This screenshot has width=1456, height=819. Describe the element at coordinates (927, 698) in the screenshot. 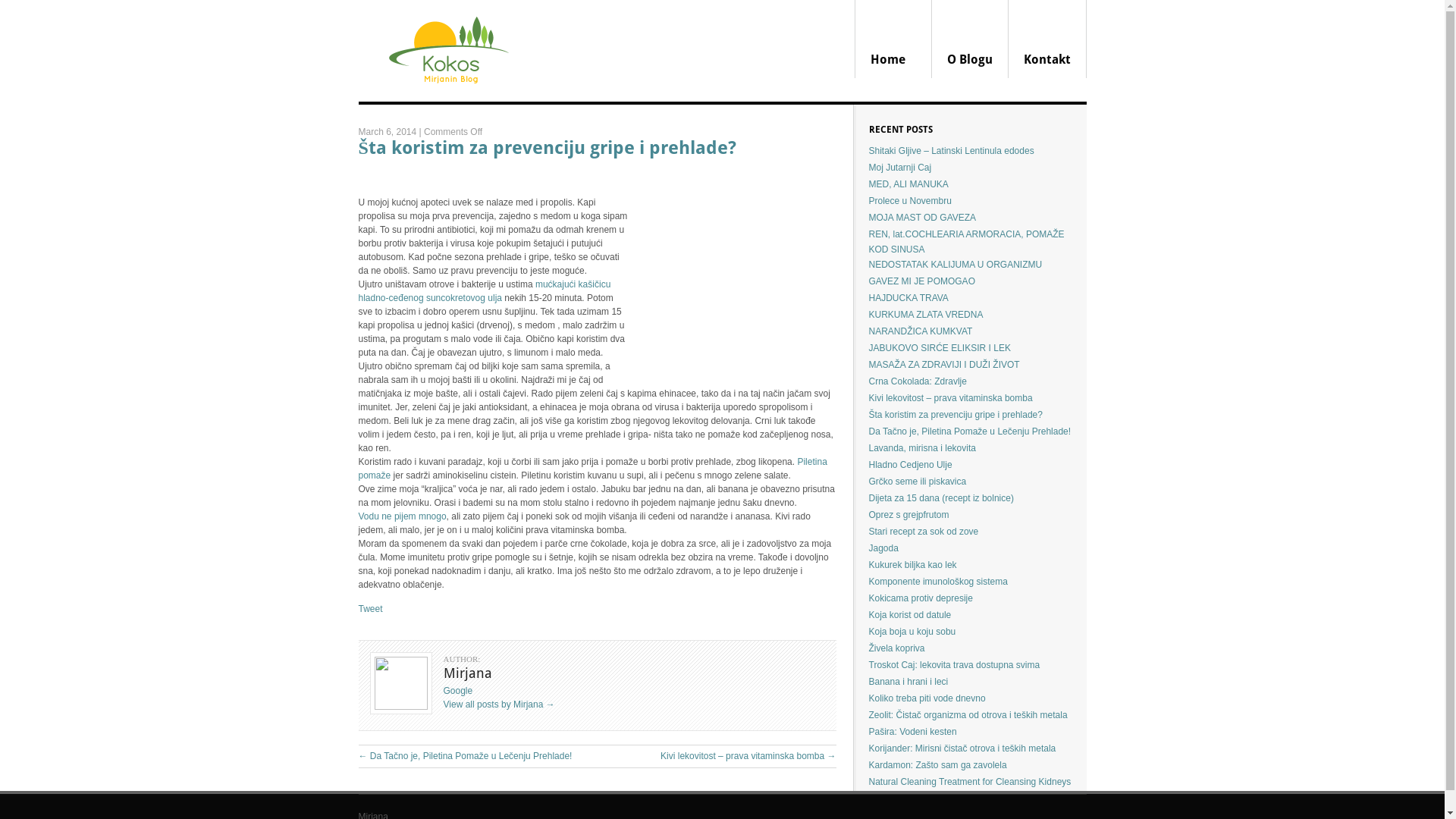

I see `'Koliko treba piti vode dnevno'` at that location.